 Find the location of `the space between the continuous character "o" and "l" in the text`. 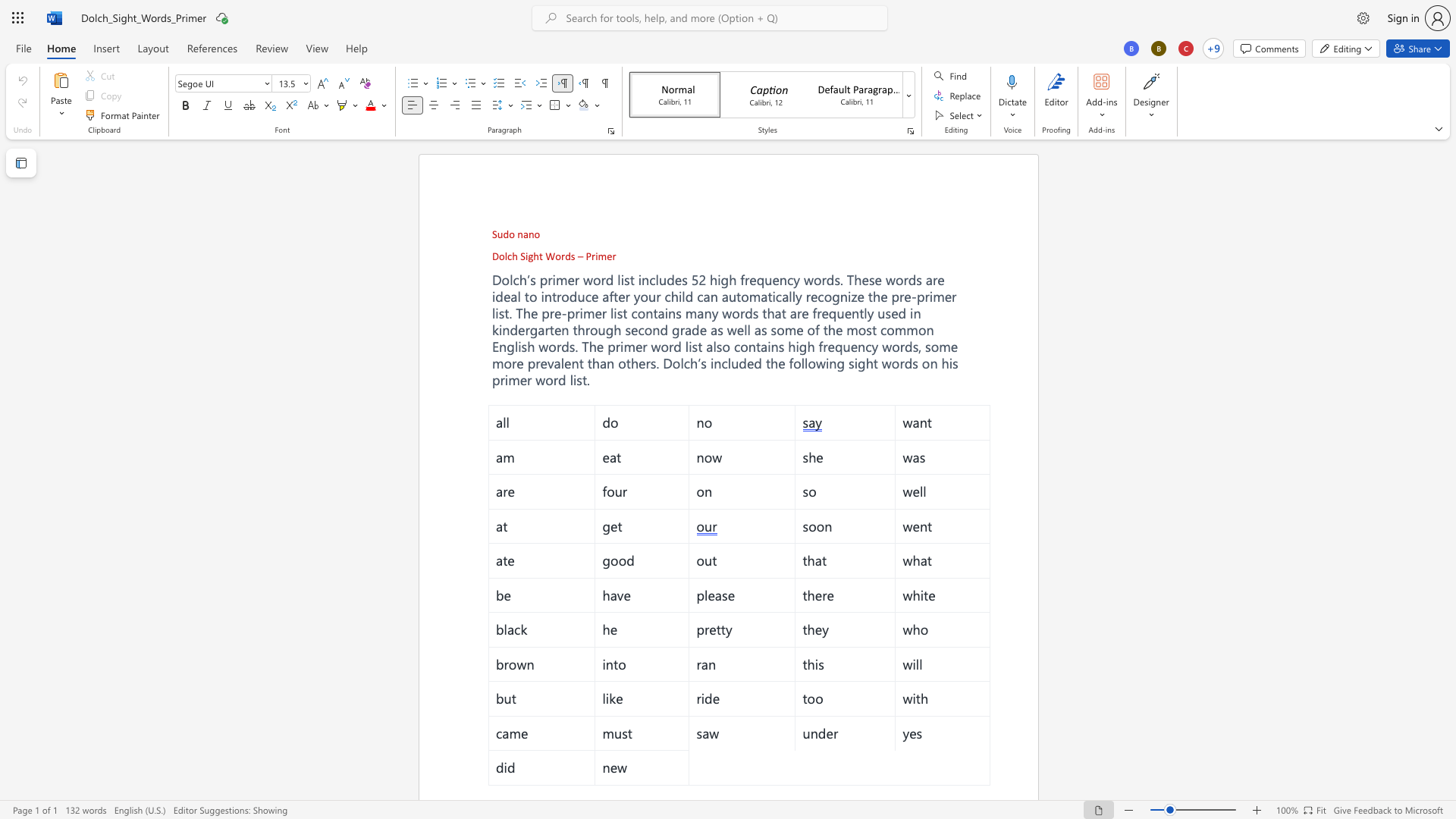

the space between the continuous character "o" and "l" in the text is located at coordinates (504, 256).